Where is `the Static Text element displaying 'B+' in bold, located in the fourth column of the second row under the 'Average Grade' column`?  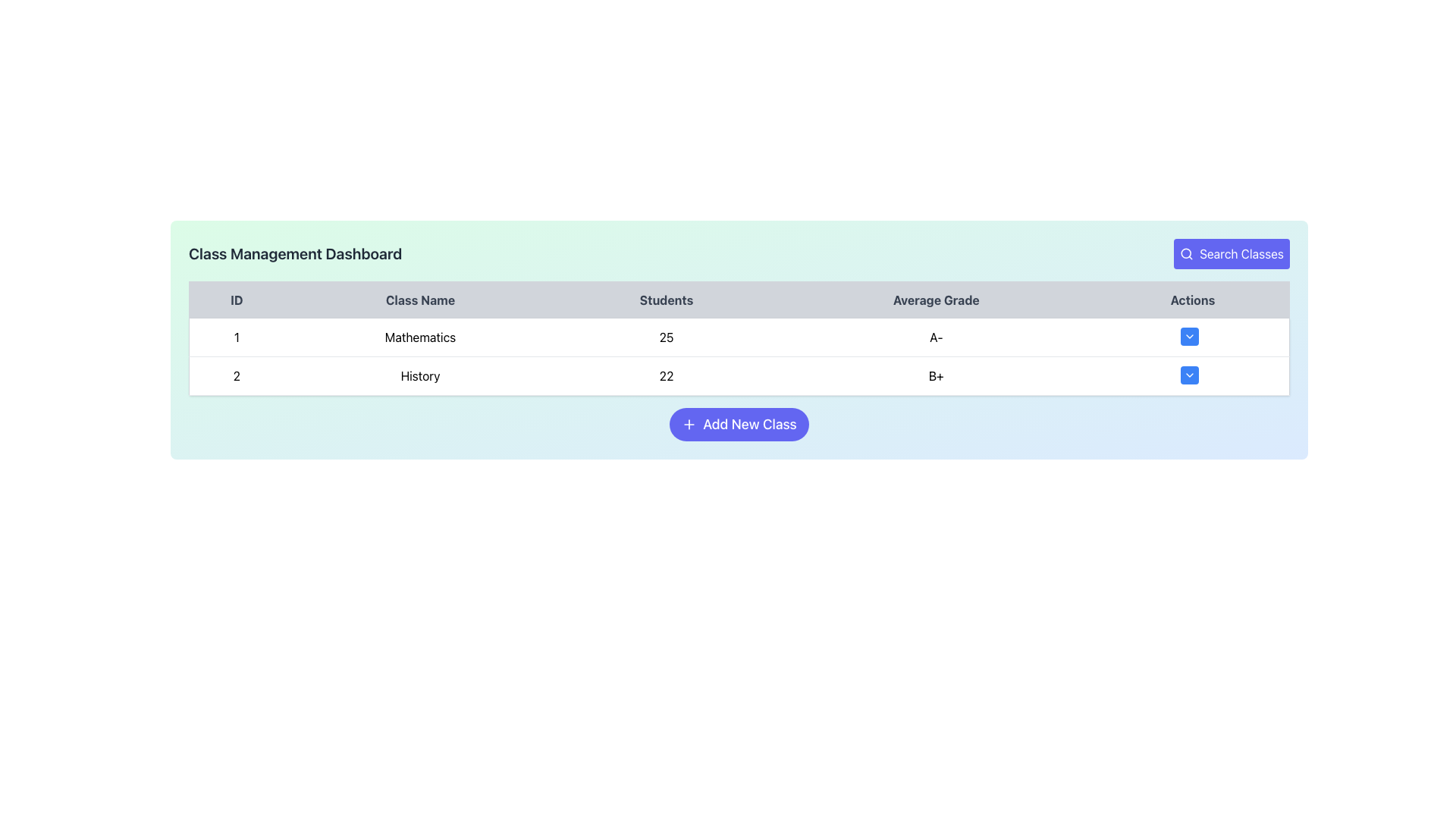
the Static Text element displaying 'B+' in bold, located in the fourth column of the second row under the 'Average Grade' column is located at coordinates (935, 375).